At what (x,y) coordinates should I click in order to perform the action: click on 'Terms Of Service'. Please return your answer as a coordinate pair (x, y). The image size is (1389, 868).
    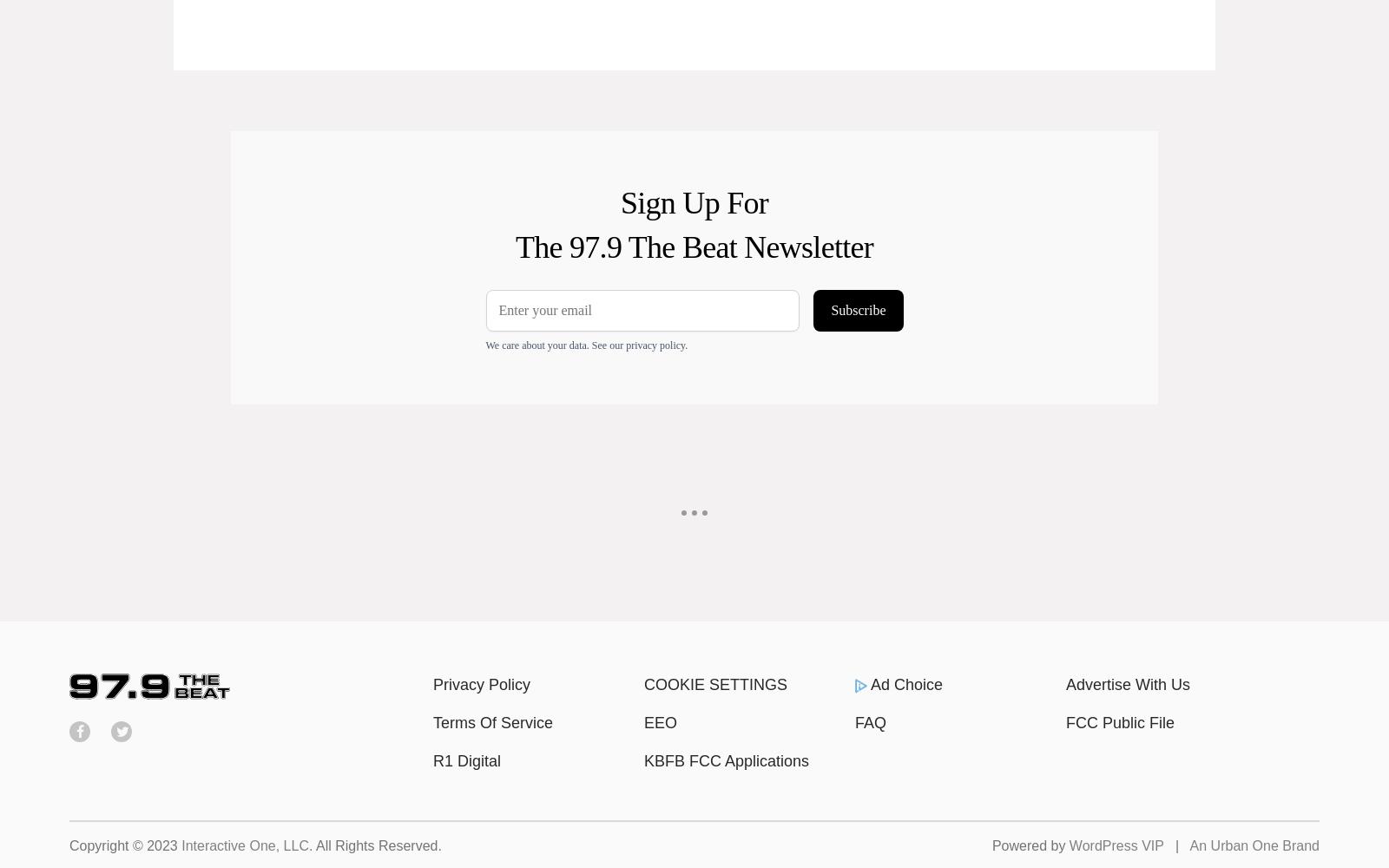
    Looking at the image, I should click on (492, 722).